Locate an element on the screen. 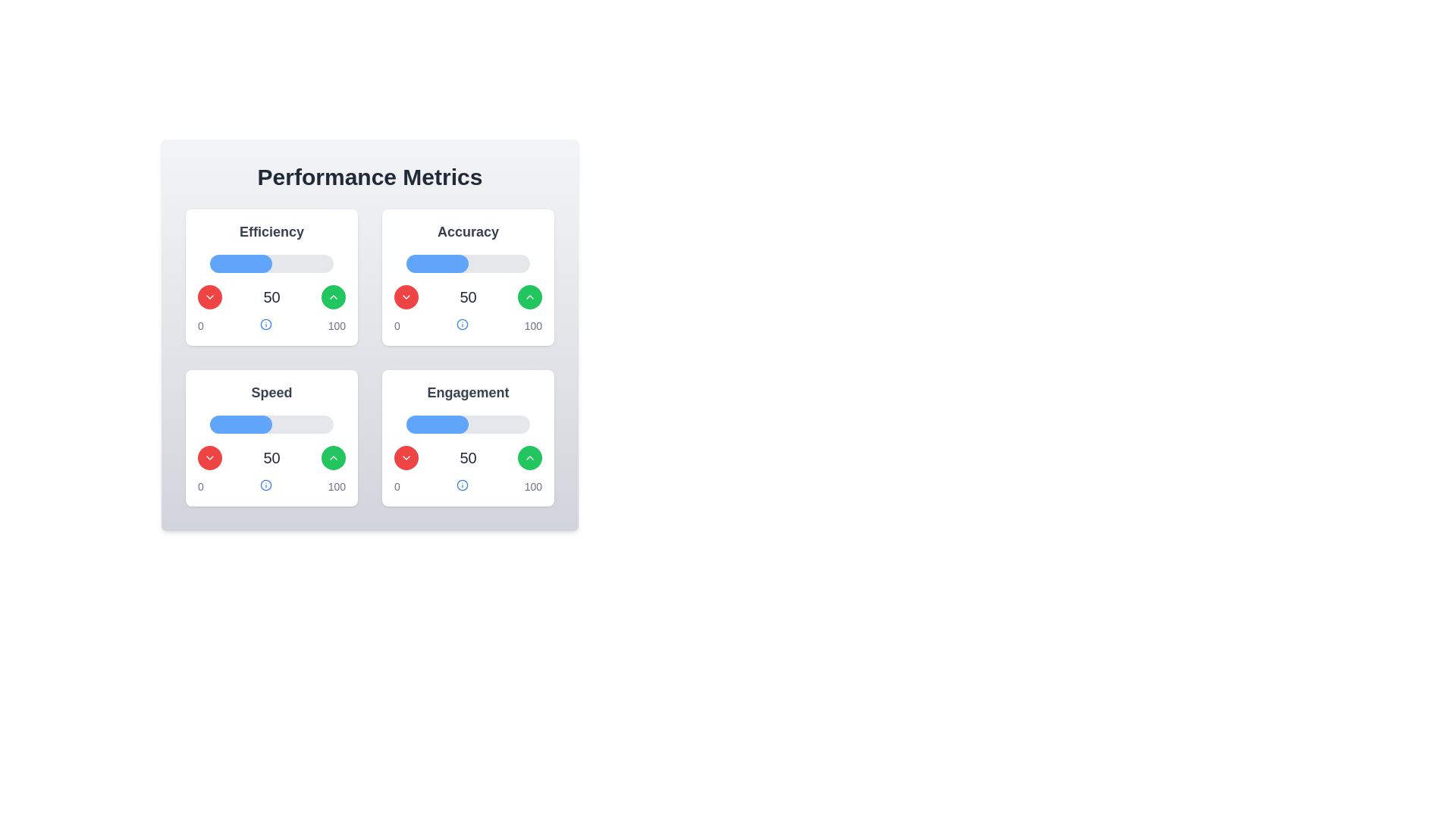 The image size is (1456, 819). the small downward-pointing chevron icon within the circular red button located in the bottom-left corner of the 'Engagement' card is located at coordinates (406, 457).